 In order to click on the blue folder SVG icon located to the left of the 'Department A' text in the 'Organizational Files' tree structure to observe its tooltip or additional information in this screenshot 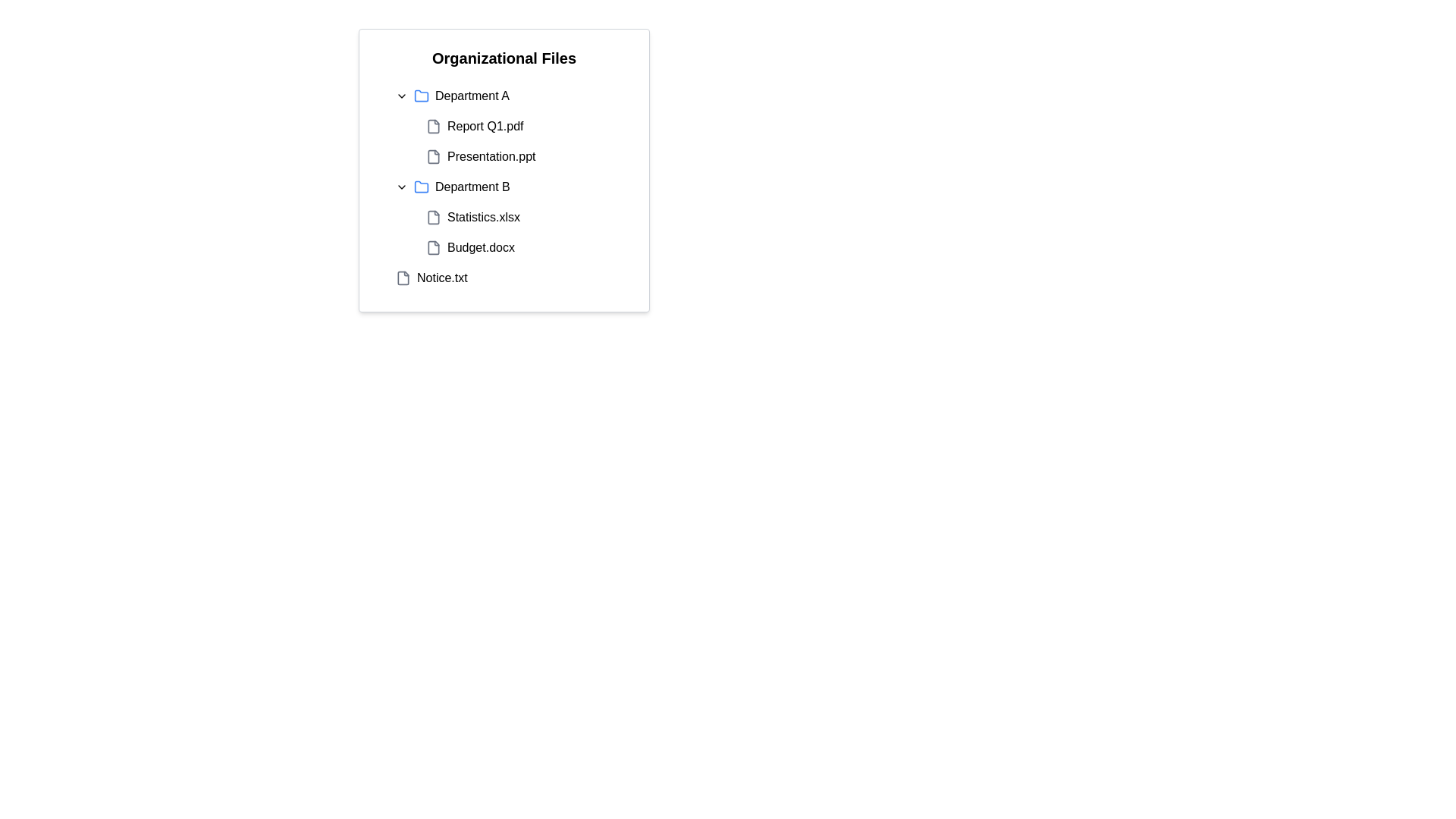, I will do `click(422, 96)`.